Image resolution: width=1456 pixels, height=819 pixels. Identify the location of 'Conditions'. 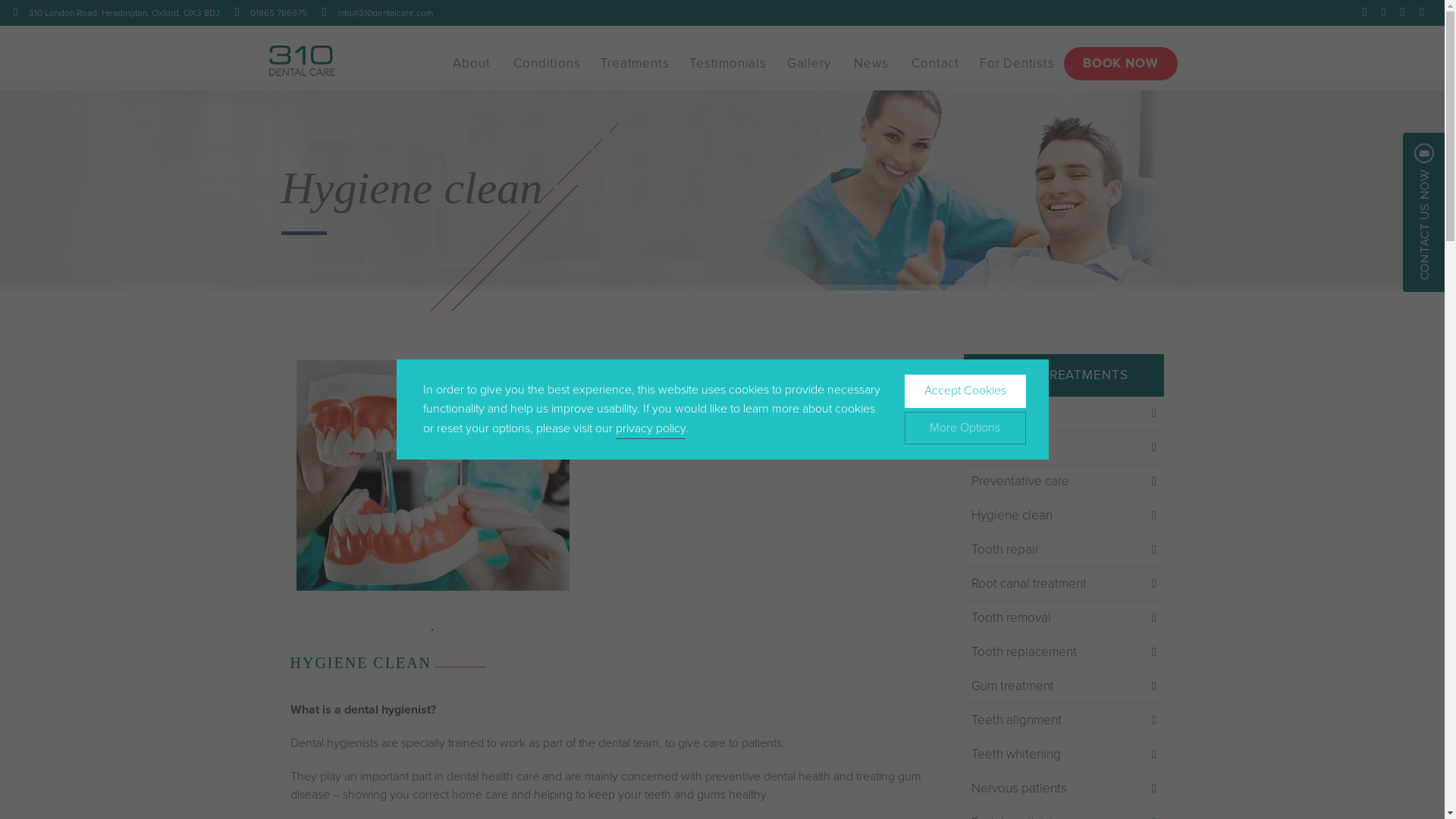
(546, 67).